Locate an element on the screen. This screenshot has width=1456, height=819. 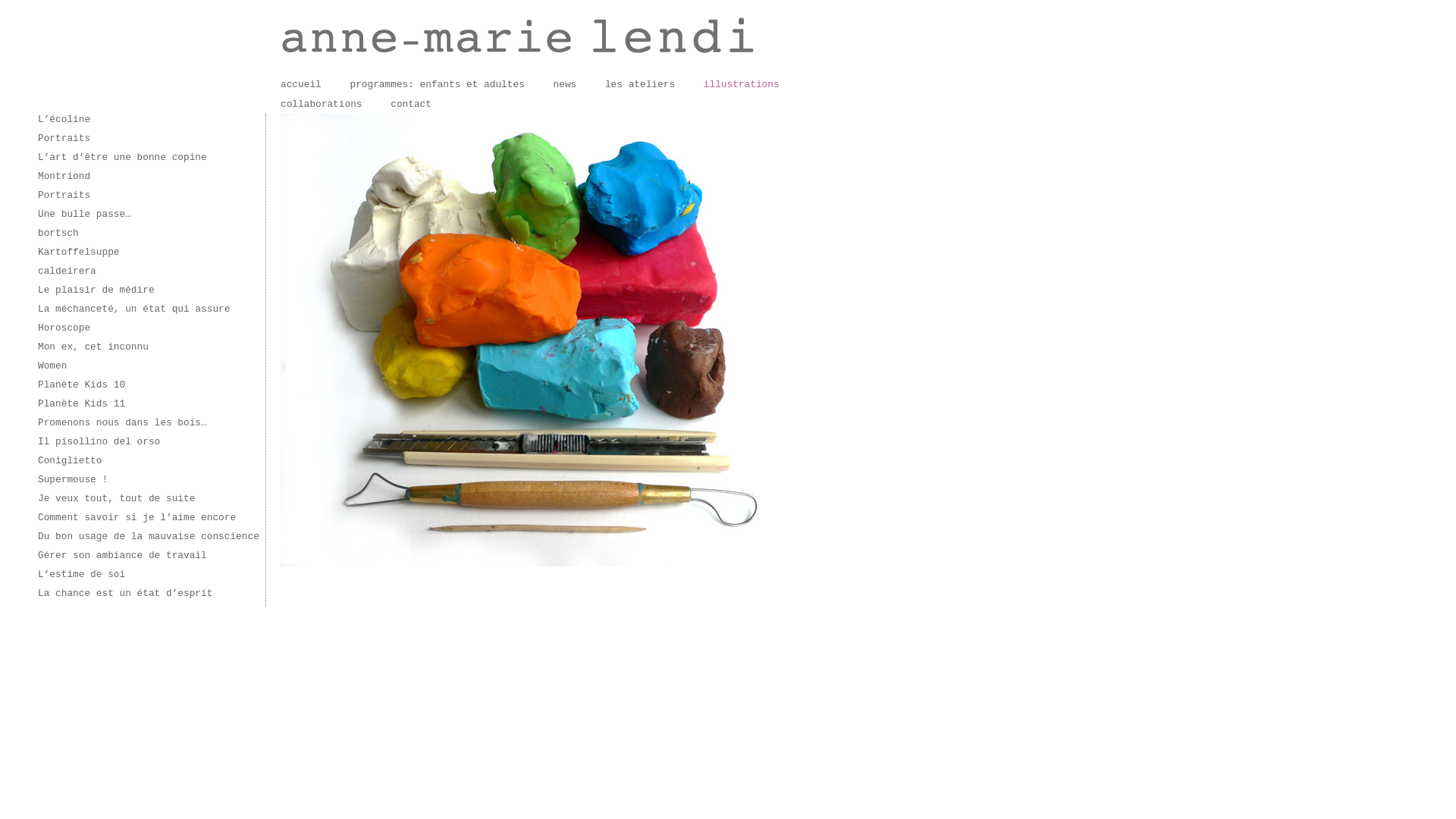
'illustrations' is located at coordinates (742, 84).